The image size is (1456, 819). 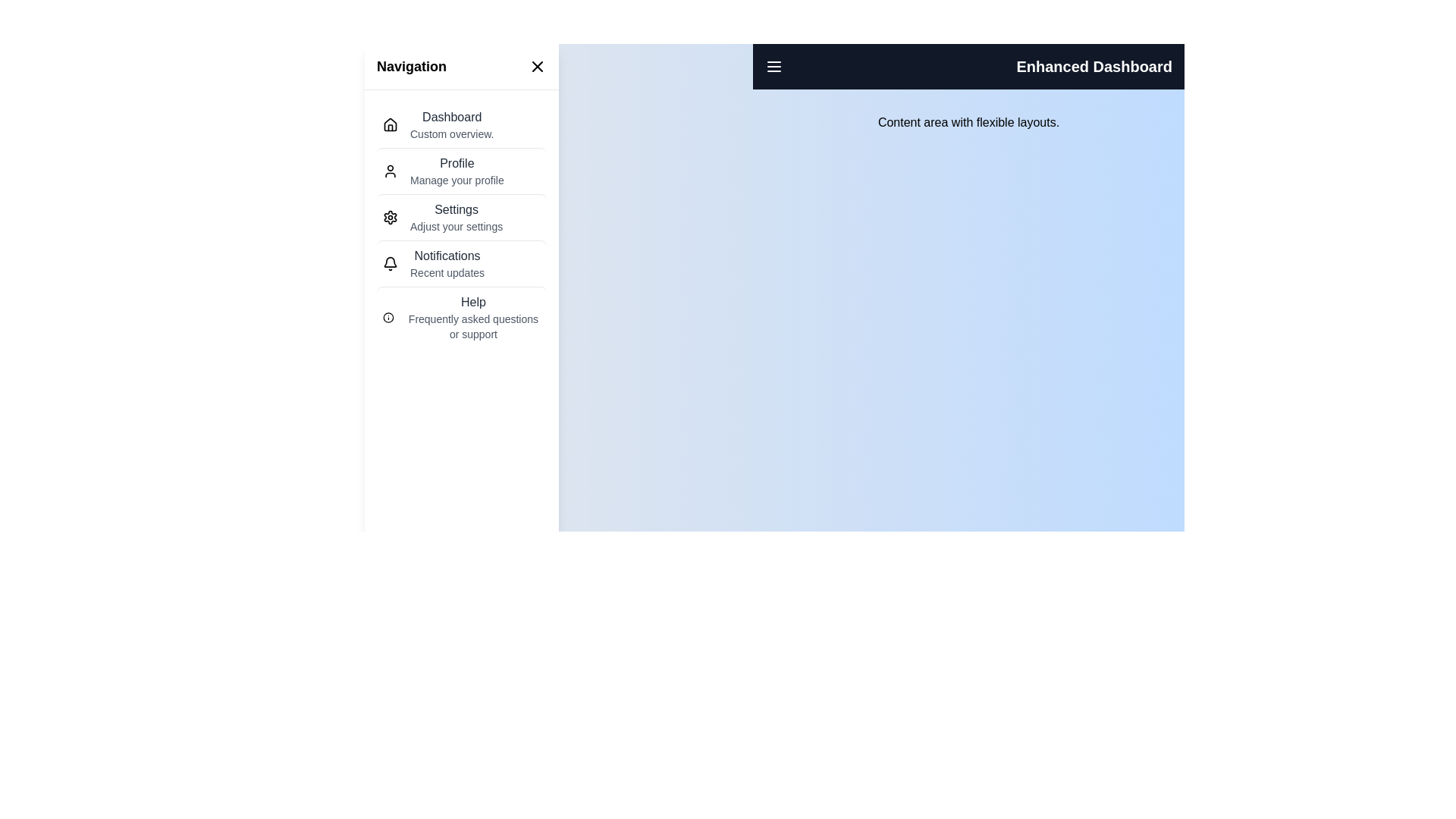 What do you see at coordinates (451, 124) in the screenshot?
I see `the Link element located in the left navigation menu, directly beneath the house icon` at bounding box center [451, 124].